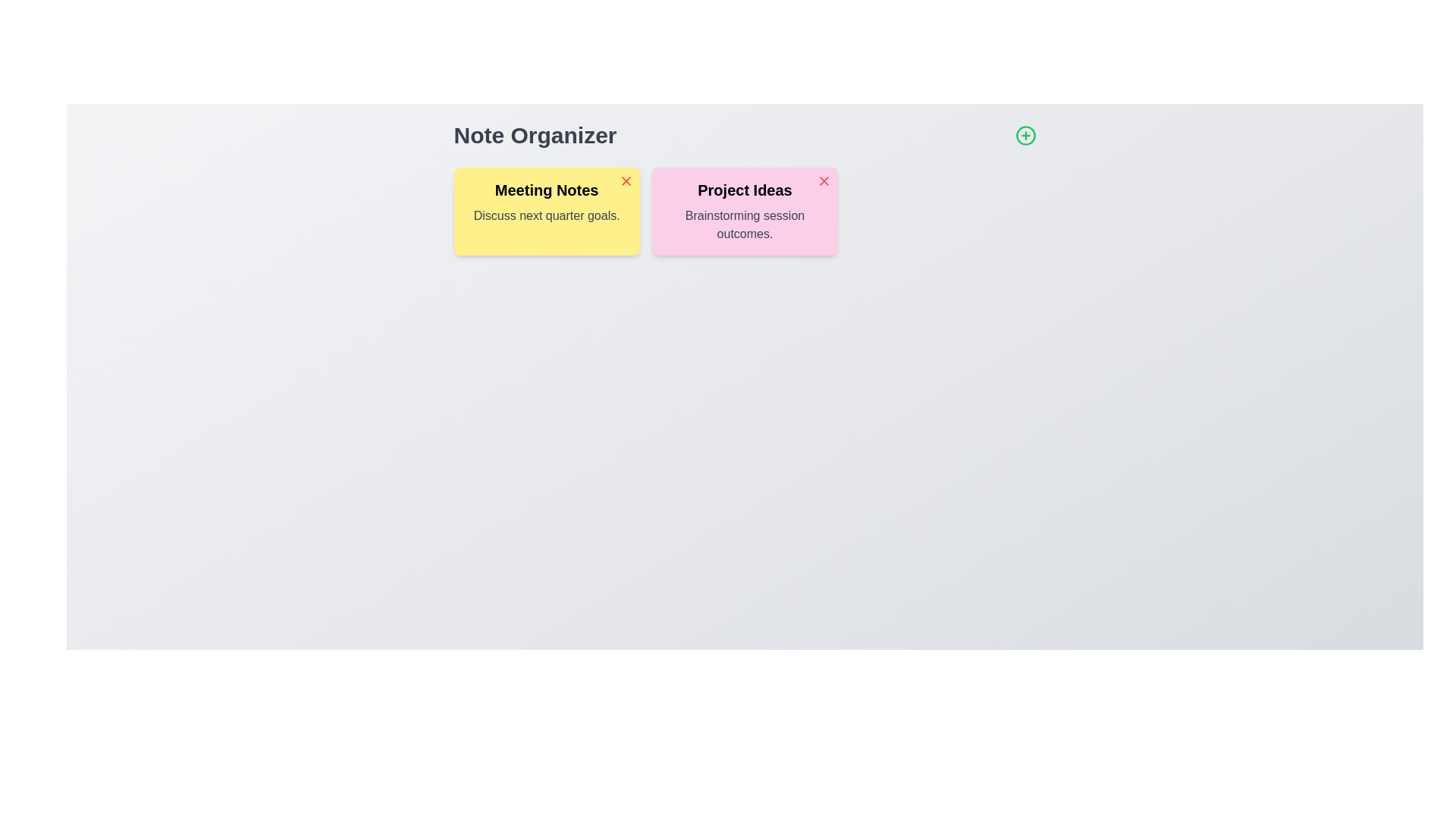  What do you see at coordinates (1025, 134) in the screenshot?
I see `the button for adding a new item in the Note Organizer` at bounding box center [1025, 134].